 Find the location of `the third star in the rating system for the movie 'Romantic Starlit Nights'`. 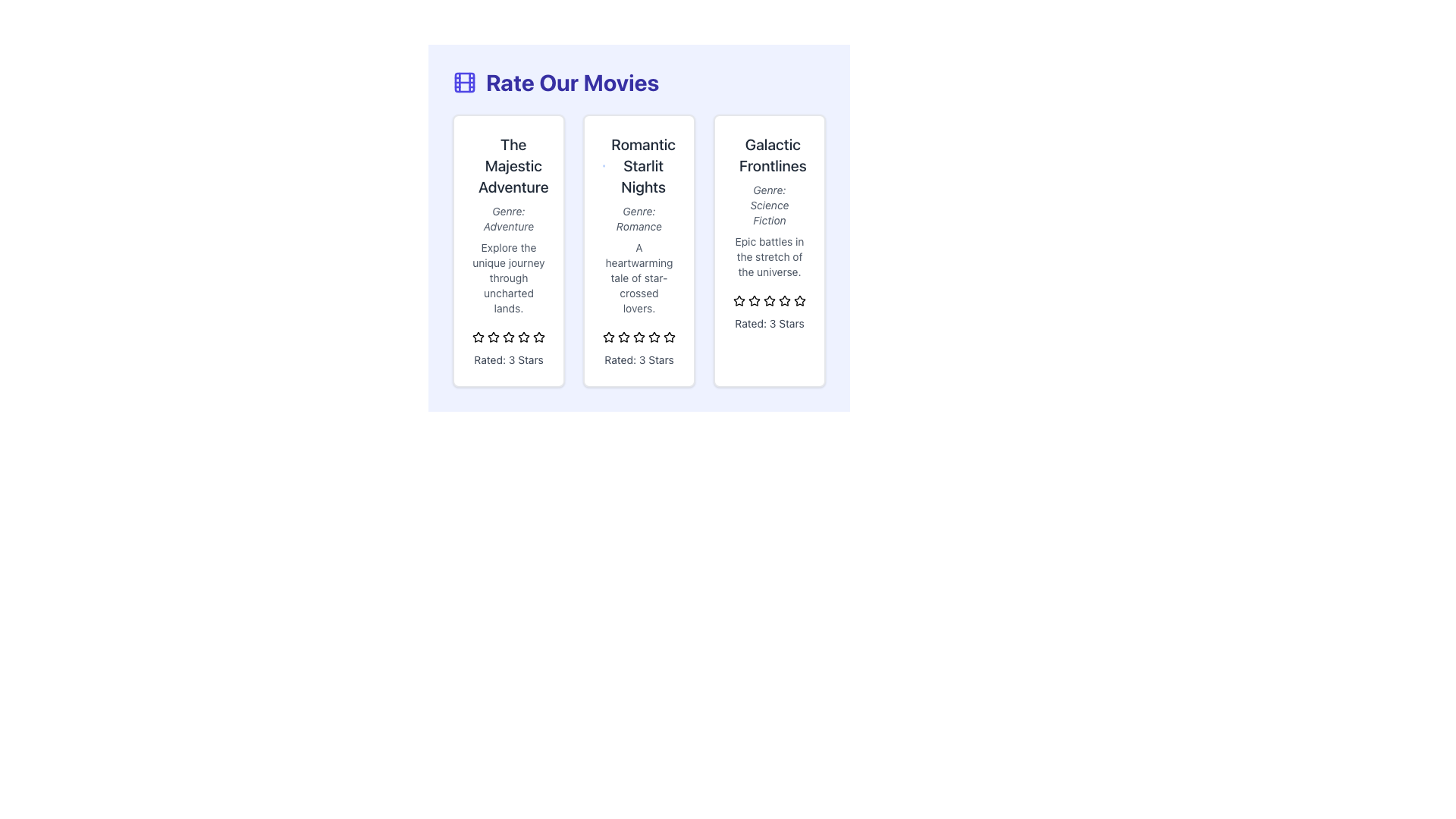

the third star in the rating system for the movie 'Romantic Starlit Nights' is located at coordinates (623, 336).